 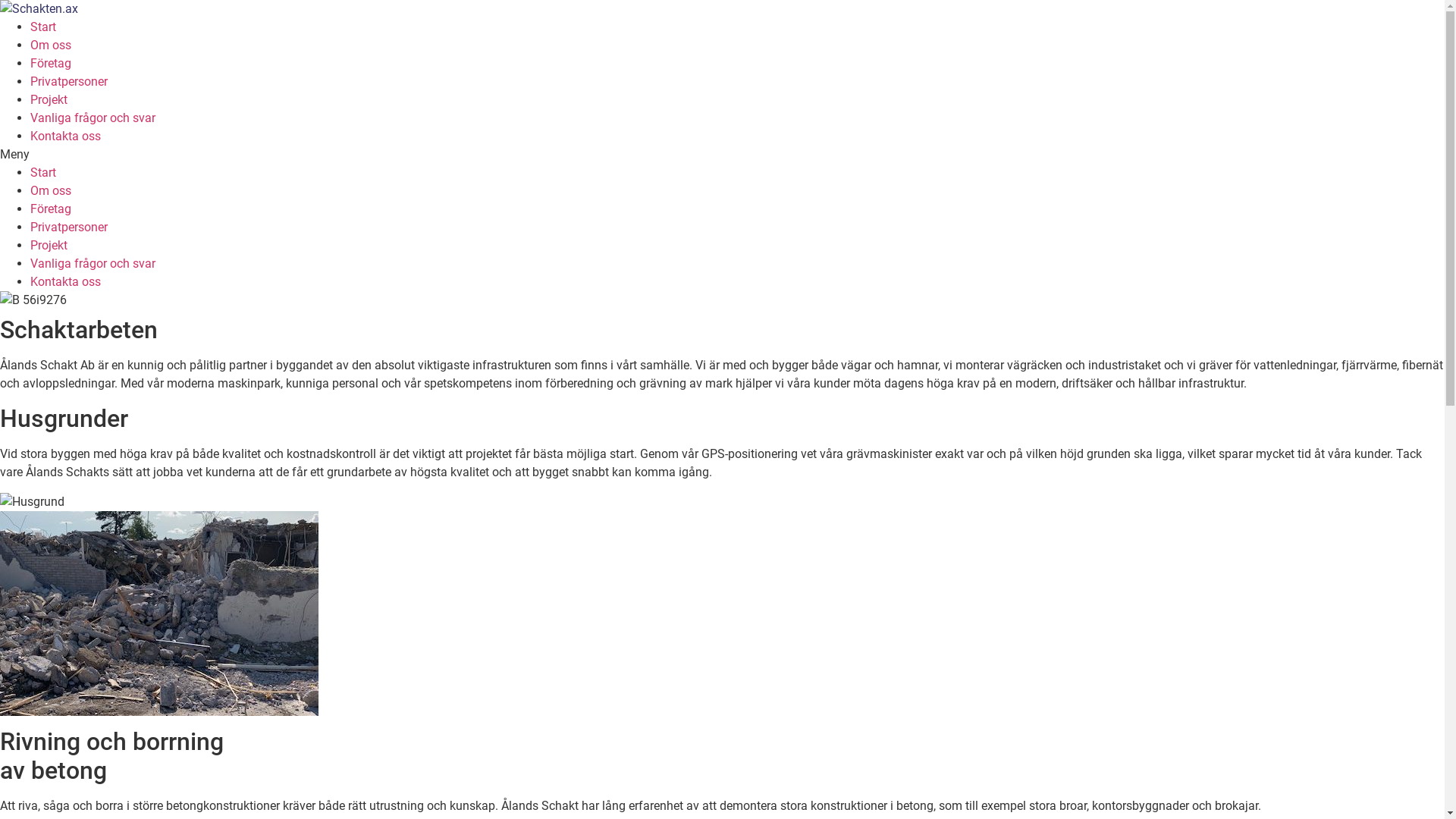 I want to click on 'Om oss', so click(x=51, y=44).